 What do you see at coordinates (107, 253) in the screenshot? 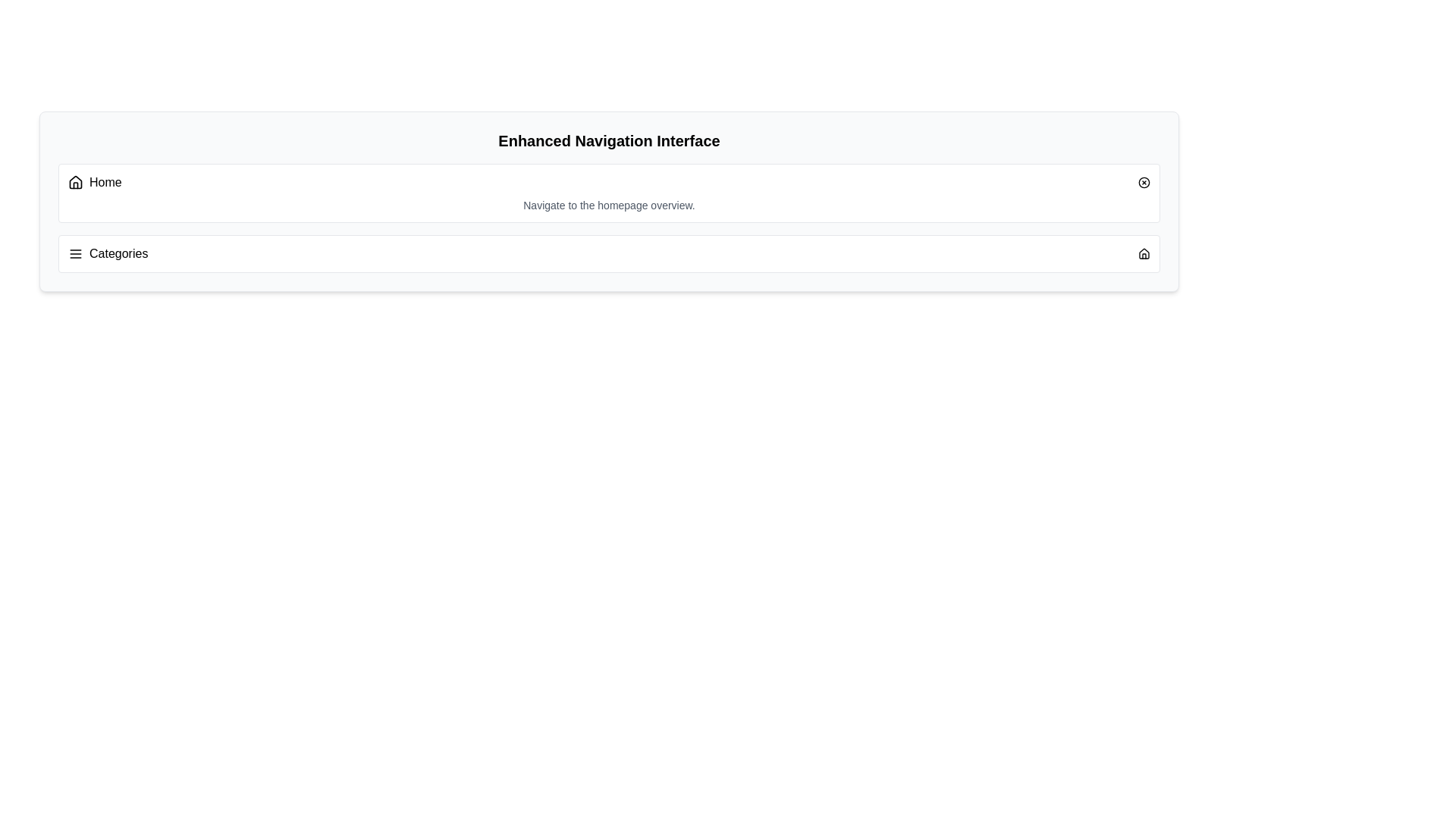
I see `the 'Categories' text label located in the top-left corner of the secondary navigation area` at bounding box center [107, 253].